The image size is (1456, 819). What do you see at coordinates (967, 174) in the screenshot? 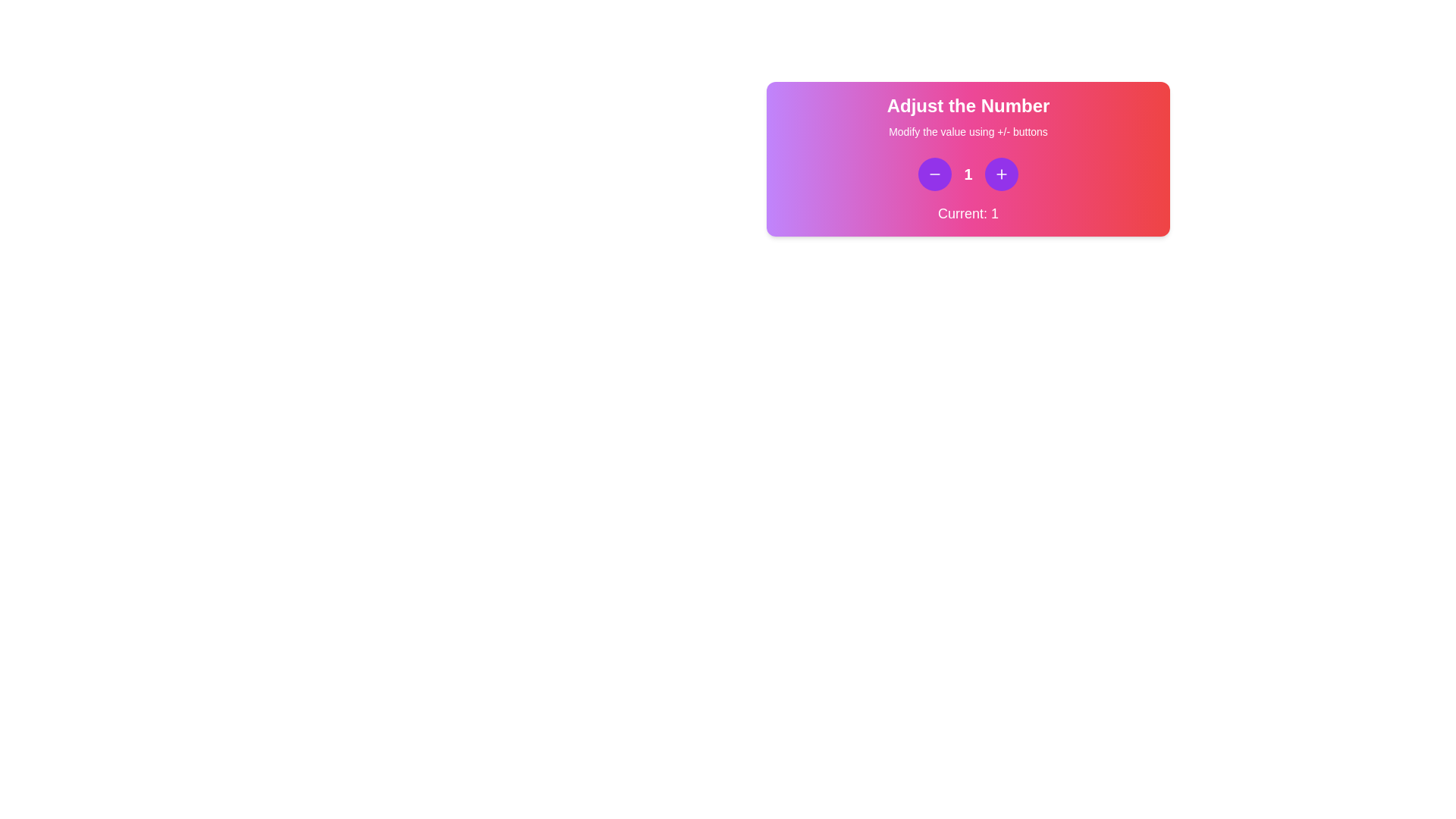
I see `the centrally aligned Text Display element that shows a count or numerical selection, positioned between the minus and plus buttons` at bounding box center [967, 174].